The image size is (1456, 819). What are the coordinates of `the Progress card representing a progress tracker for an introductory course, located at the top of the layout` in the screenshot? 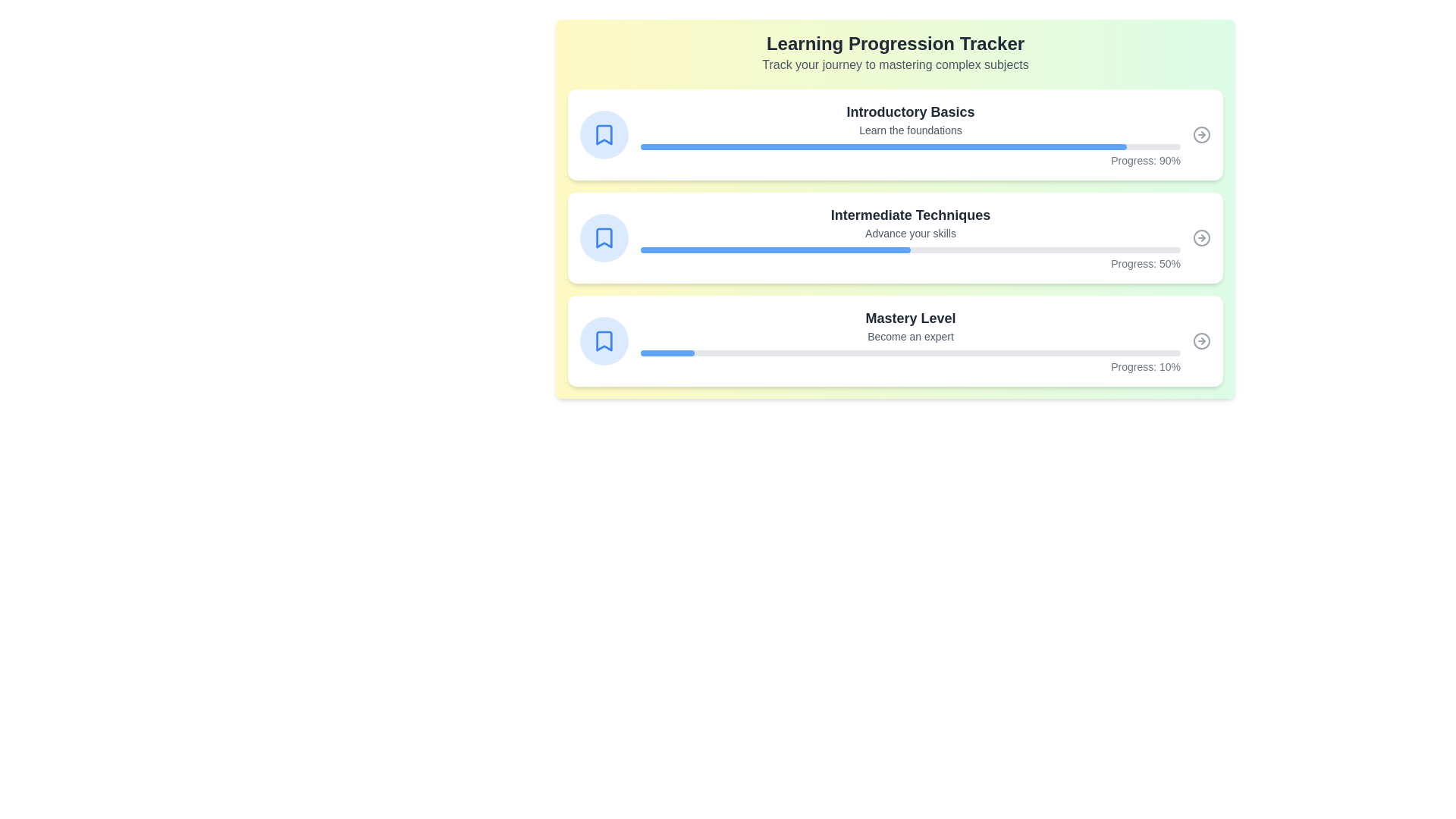 It's located at (895, 133).